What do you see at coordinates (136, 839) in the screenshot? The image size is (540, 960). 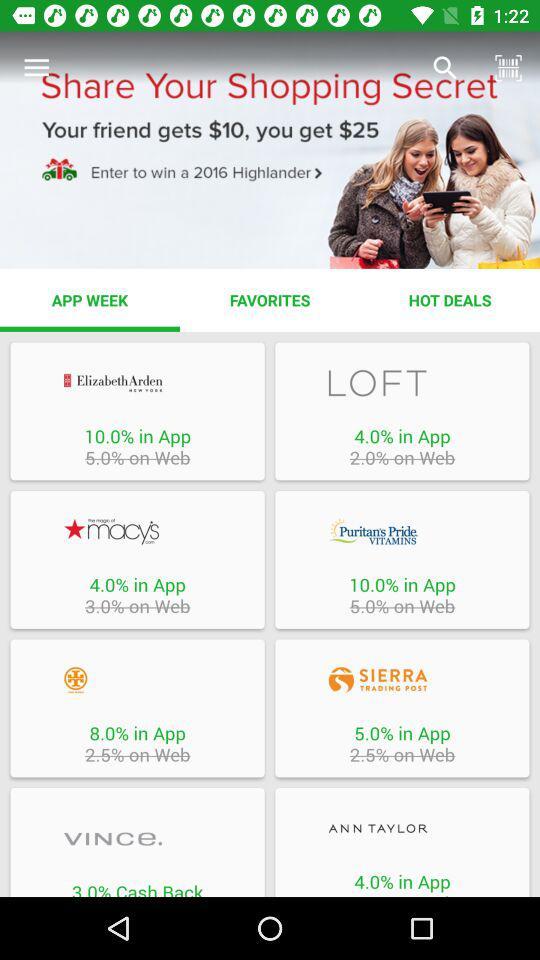 I see `specific designer` at bounding box center [136, 839].